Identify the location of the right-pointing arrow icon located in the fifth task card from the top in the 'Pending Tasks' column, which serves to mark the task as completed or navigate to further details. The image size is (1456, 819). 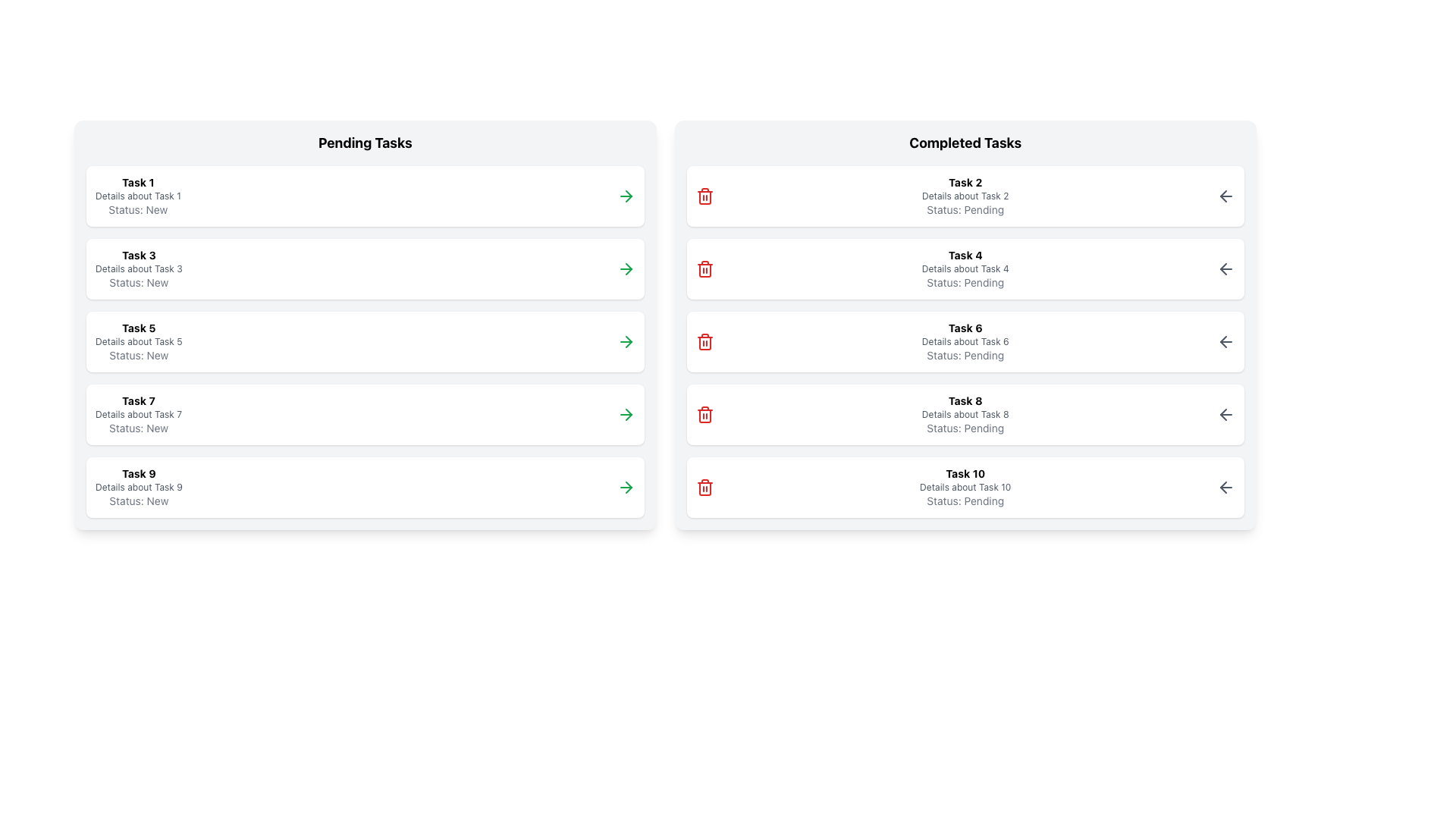
(629, 342).